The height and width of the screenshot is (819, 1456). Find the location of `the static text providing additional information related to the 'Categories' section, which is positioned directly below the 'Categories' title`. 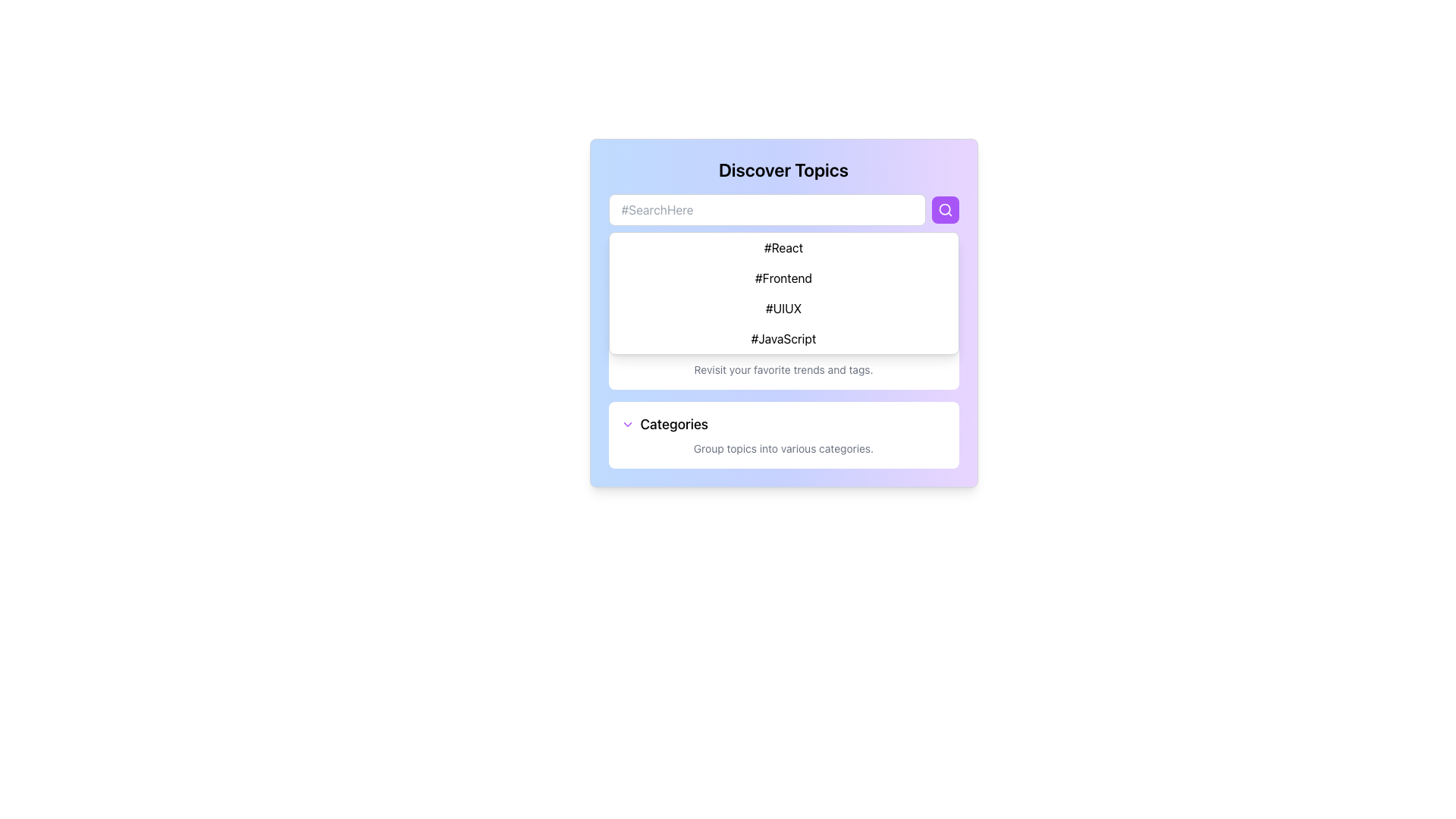

the static text providing additional information related to the 'Categories' section, which is positioned directly below the 'Categories' title is located at coordinates (783, 447).